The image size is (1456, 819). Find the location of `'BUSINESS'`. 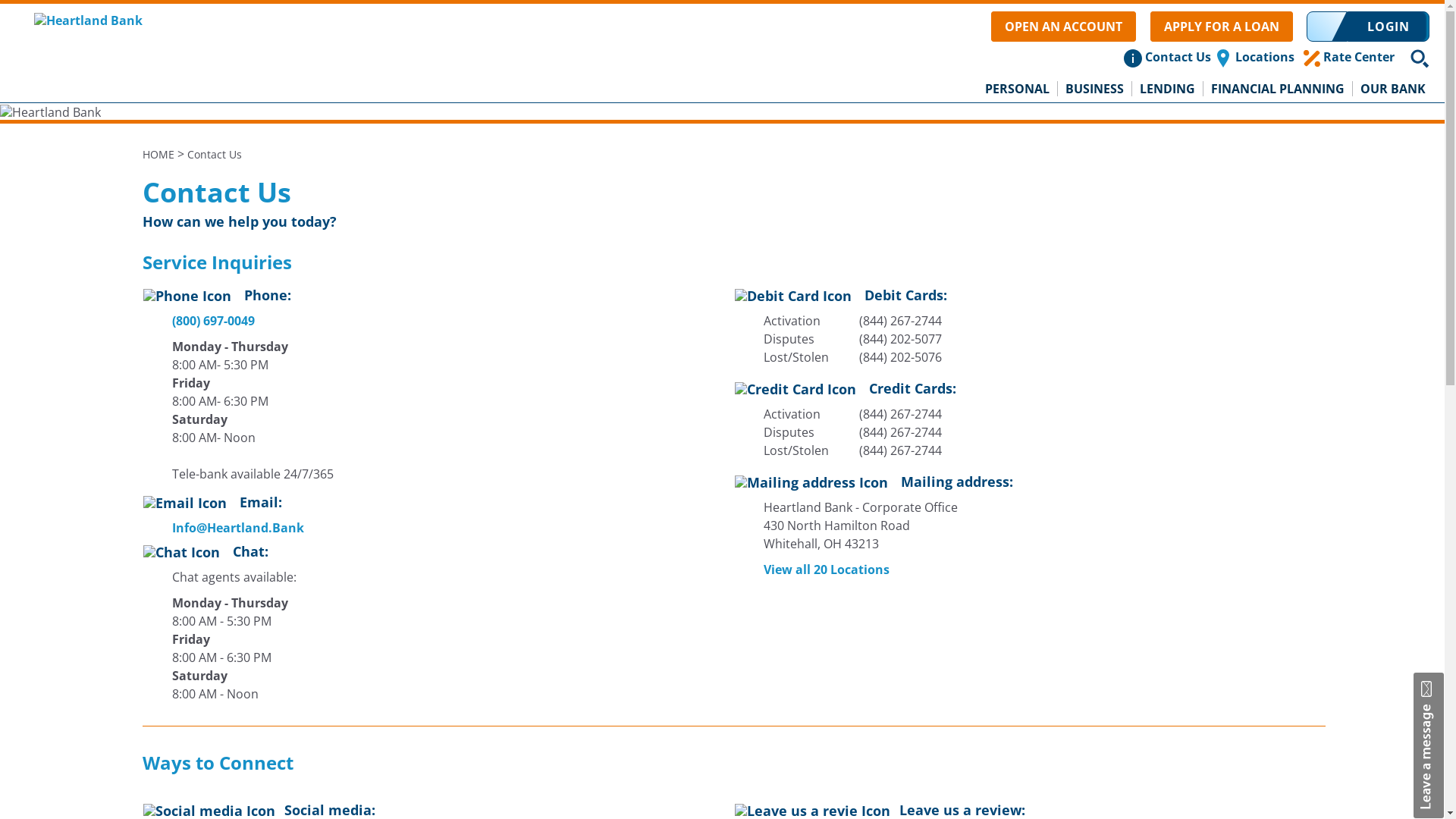

'BUSINESS' is located at coordinates (1095, 88).